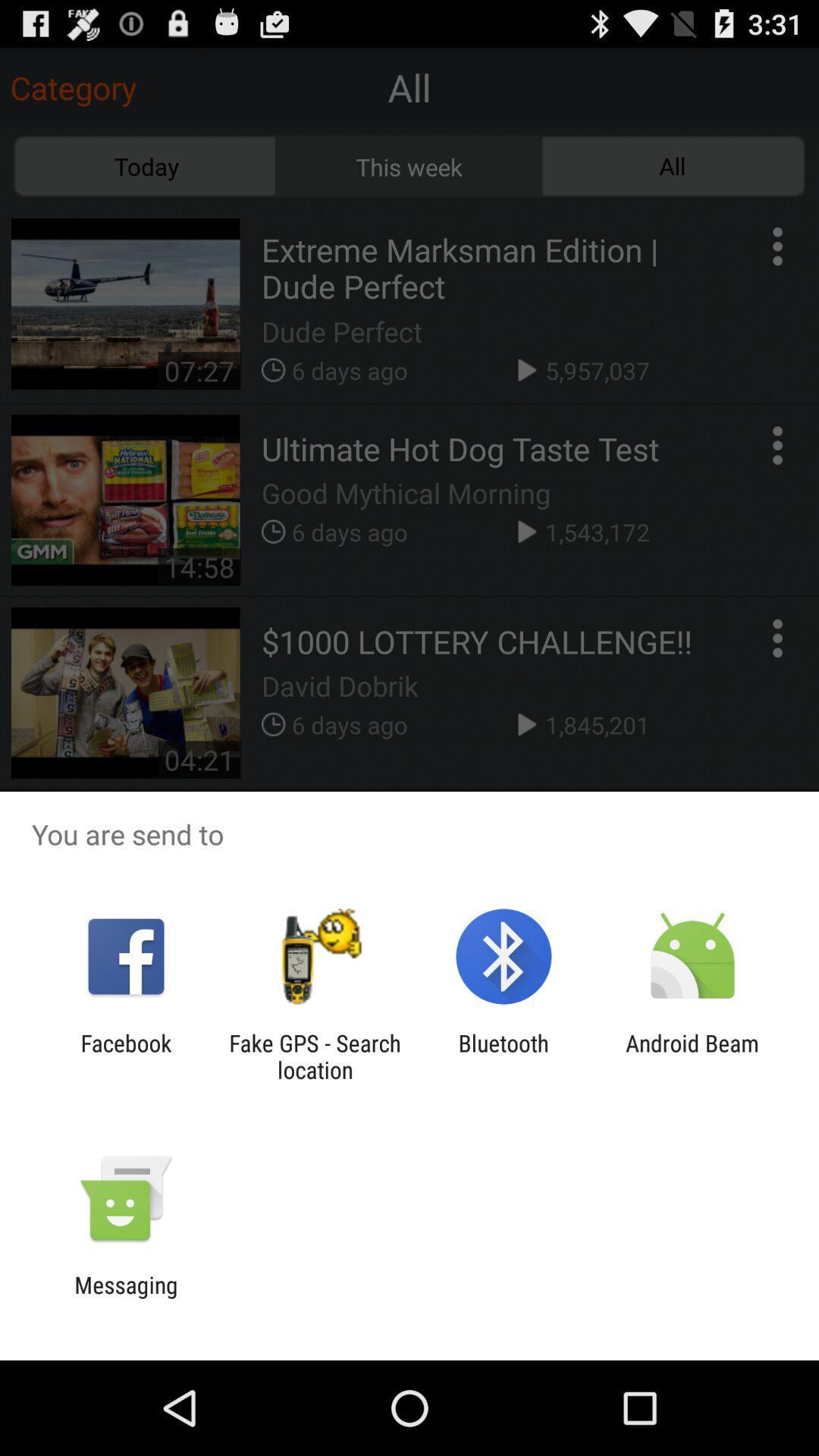 The height and width of the screenshot is (1456, 819). I want to click on fake gps search item, so click(314, 1056).